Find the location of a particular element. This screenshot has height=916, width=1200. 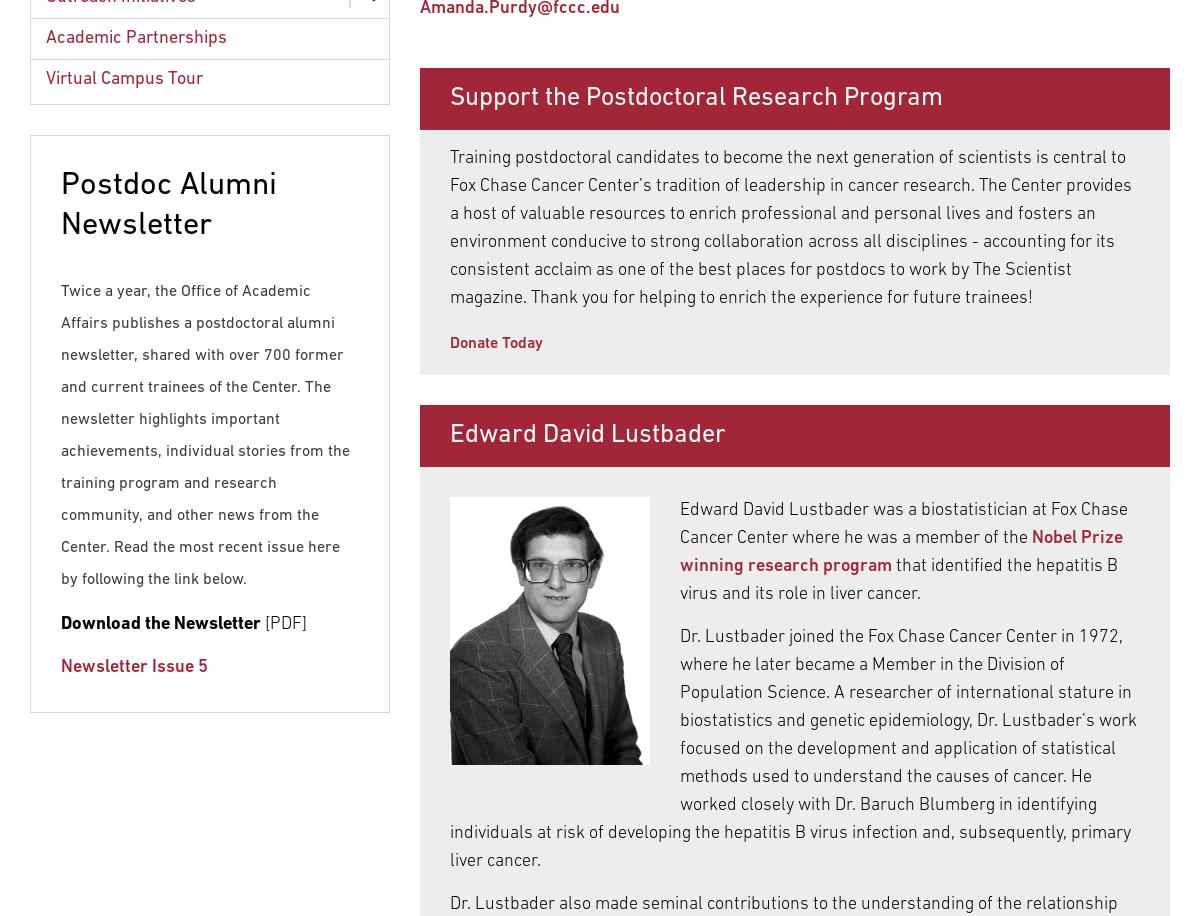

'Download the Newsletter' is located at coordinates (60, 623).